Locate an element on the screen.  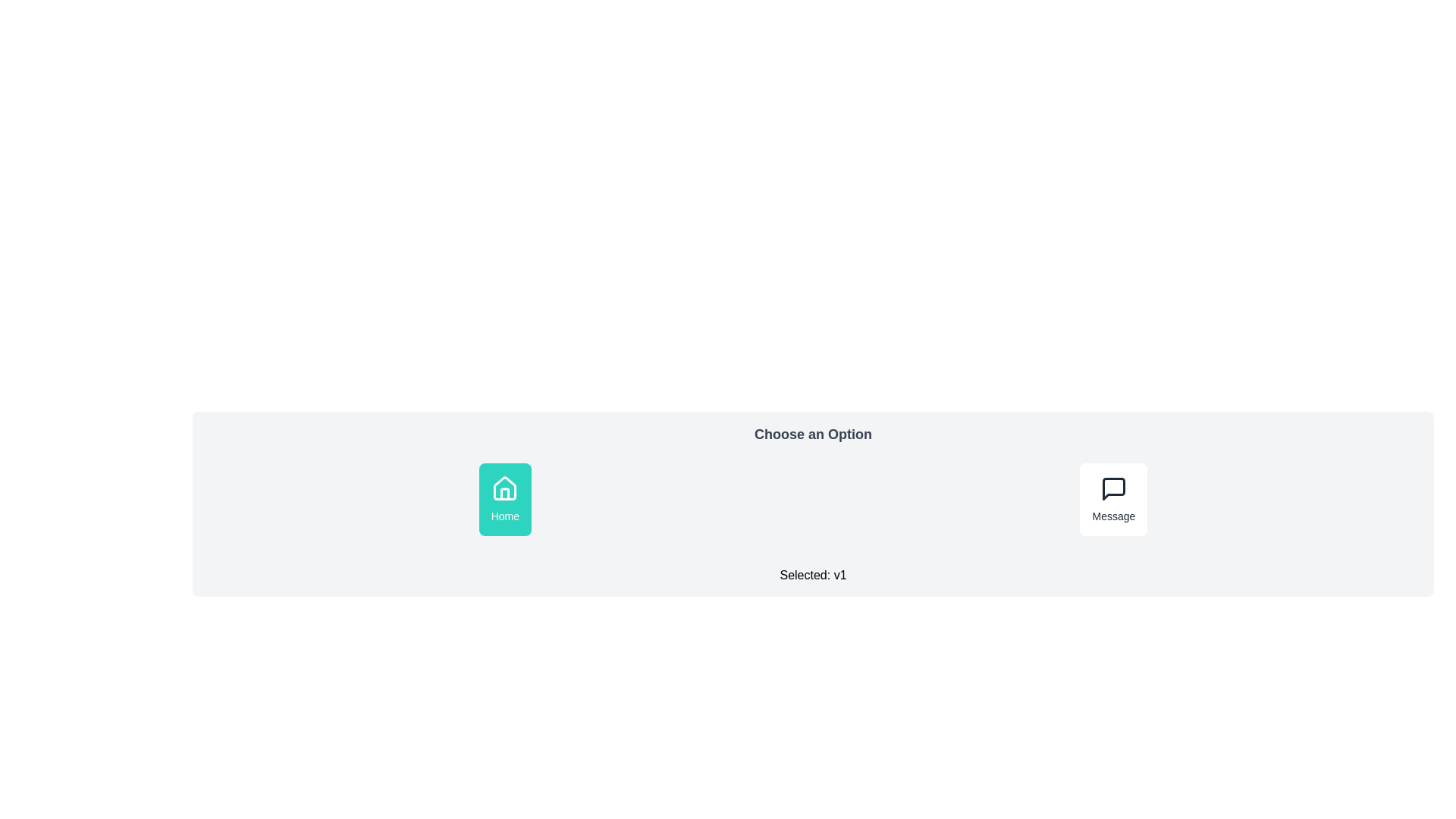
the messaging icon located in the upper section of the 'Message' tile, directly above the text 'Message', which is centrally aligned within the tile is located at coordinates (1113, 488).